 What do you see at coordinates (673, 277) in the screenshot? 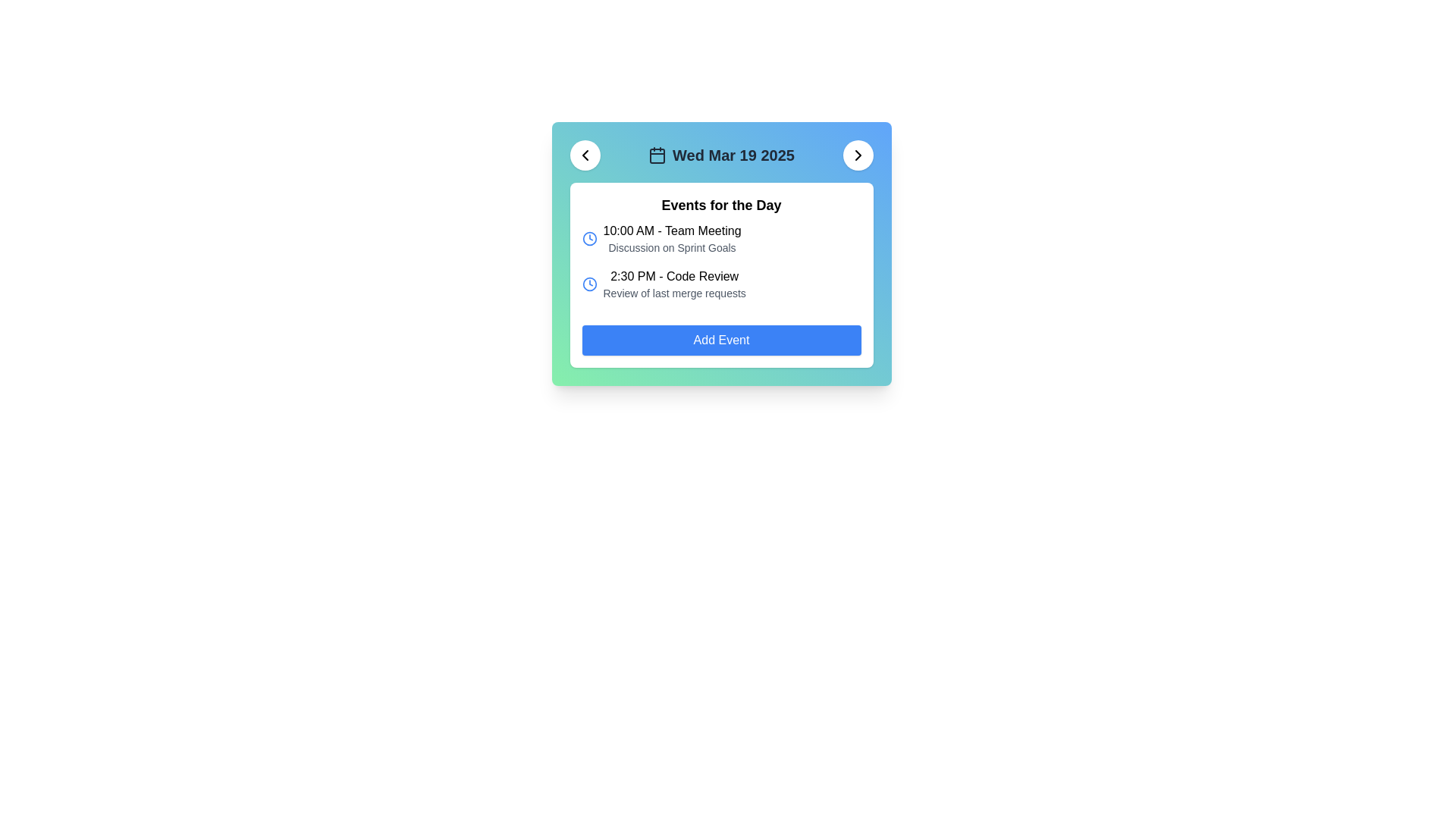
I see `the non-interactive text label displaying a scheduled event, which is located below '10:00 AM - Team Meeting' and above 'Review of last merge requests'` at bounding box center [673, 277].